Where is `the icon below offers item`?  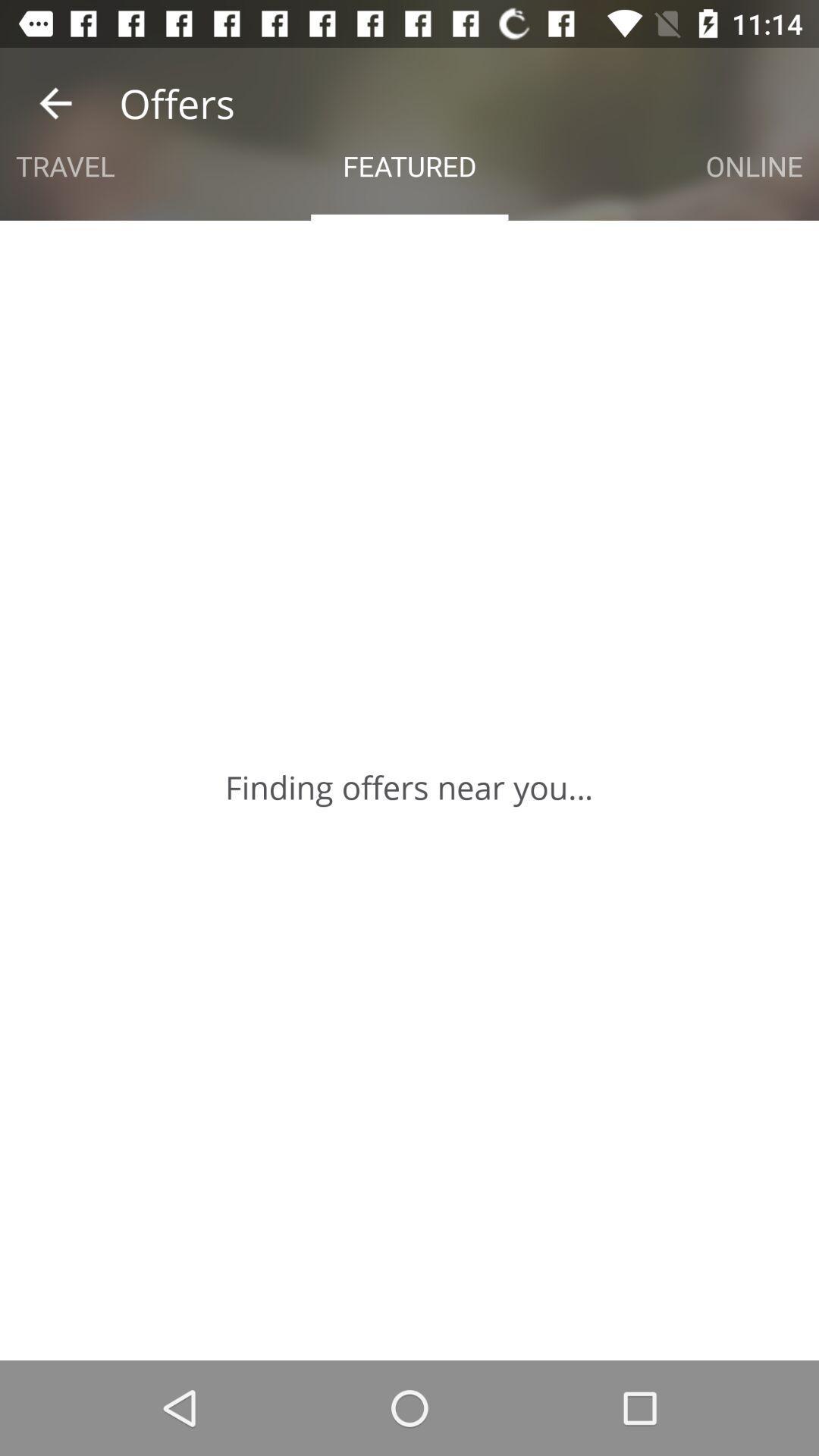
the icon below offers item is located at coordinates (64, 166).